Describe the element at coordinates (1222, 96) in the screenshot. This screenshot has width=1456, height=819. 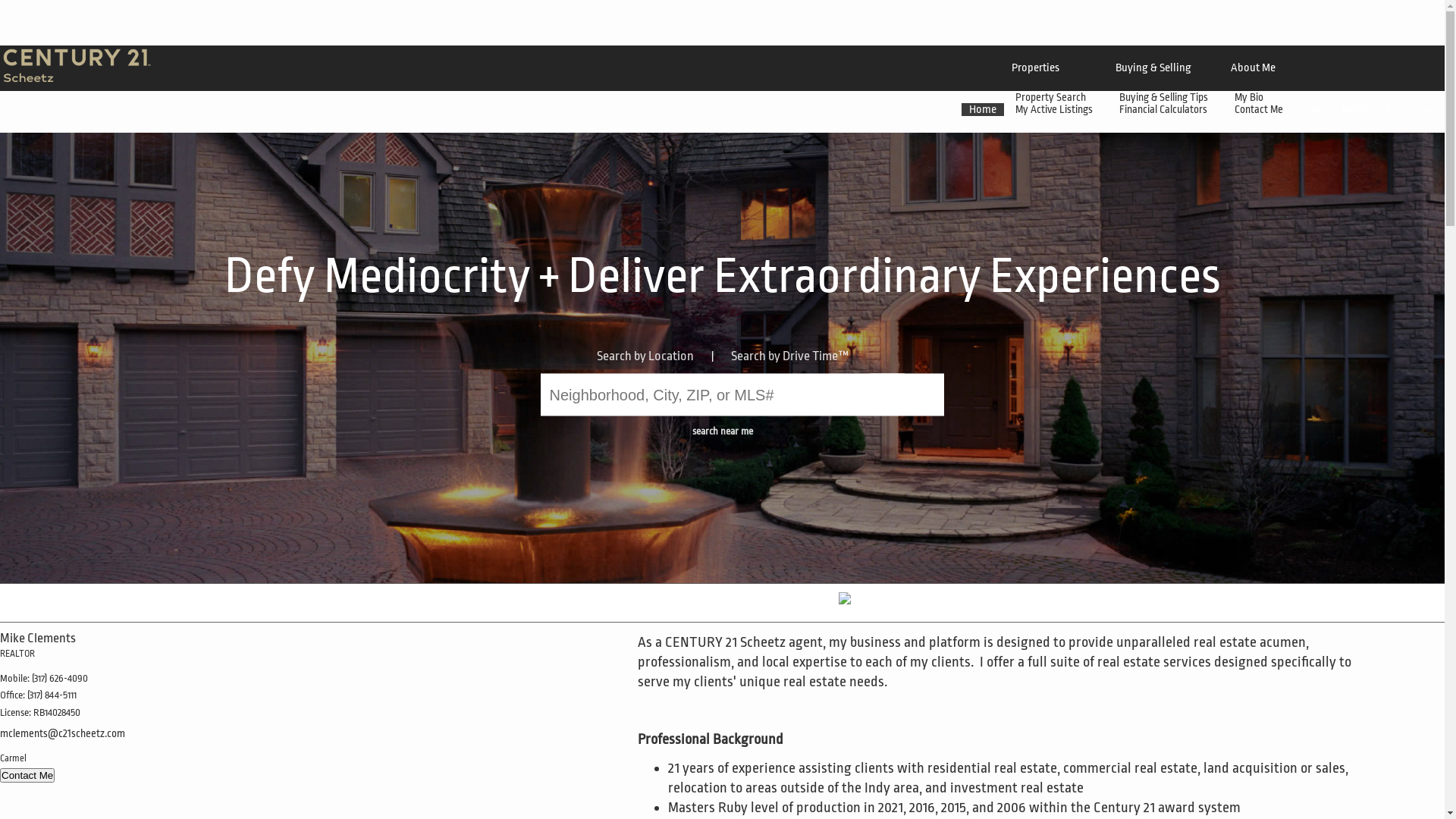
I see `'My Bio'` at that location.